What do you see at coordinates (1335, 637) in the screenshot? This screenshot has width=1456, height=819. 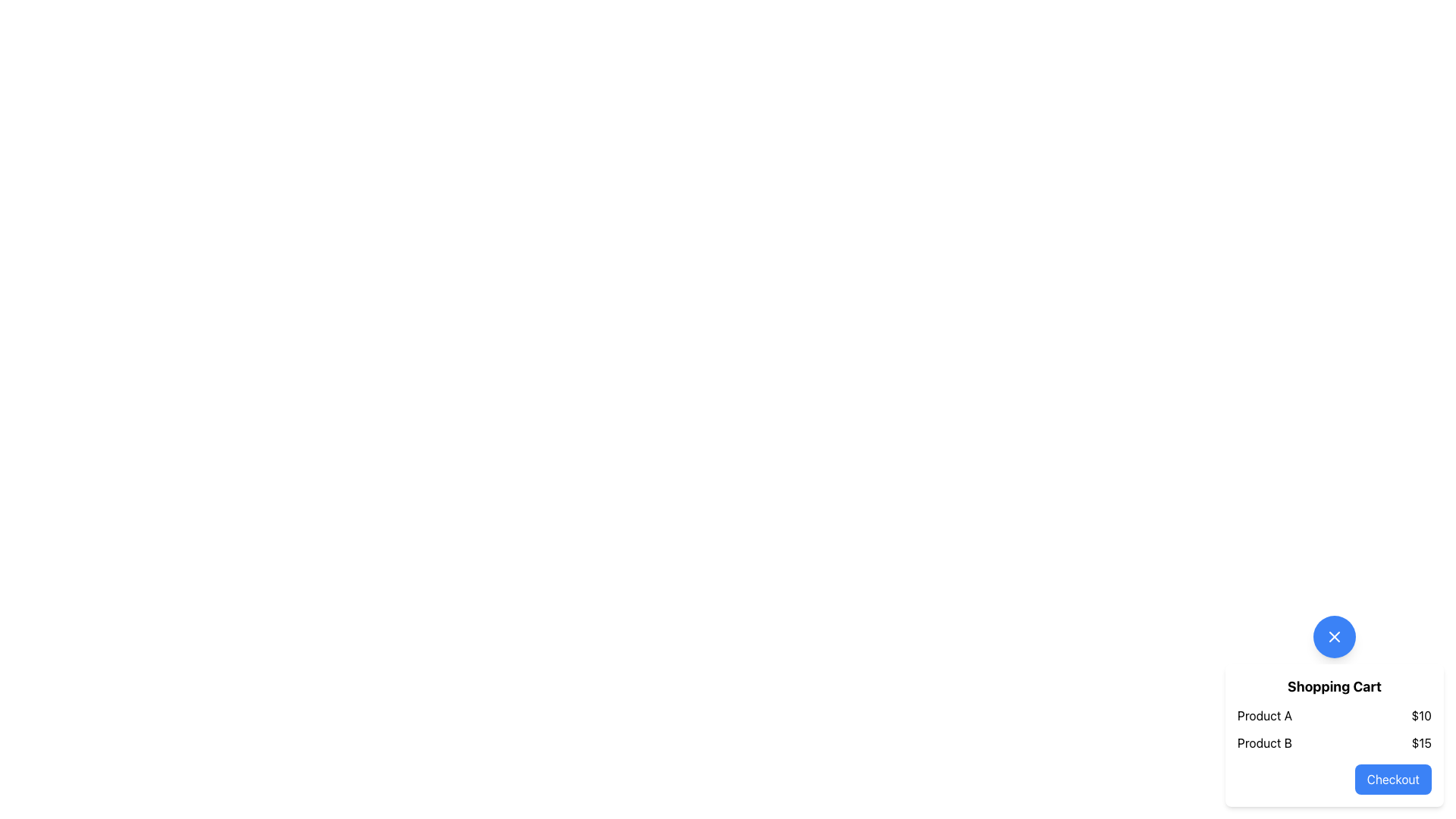 I see `the close 'X' icon button located at the top-center of the card-like UI component` at bounding box center [1335, 637].